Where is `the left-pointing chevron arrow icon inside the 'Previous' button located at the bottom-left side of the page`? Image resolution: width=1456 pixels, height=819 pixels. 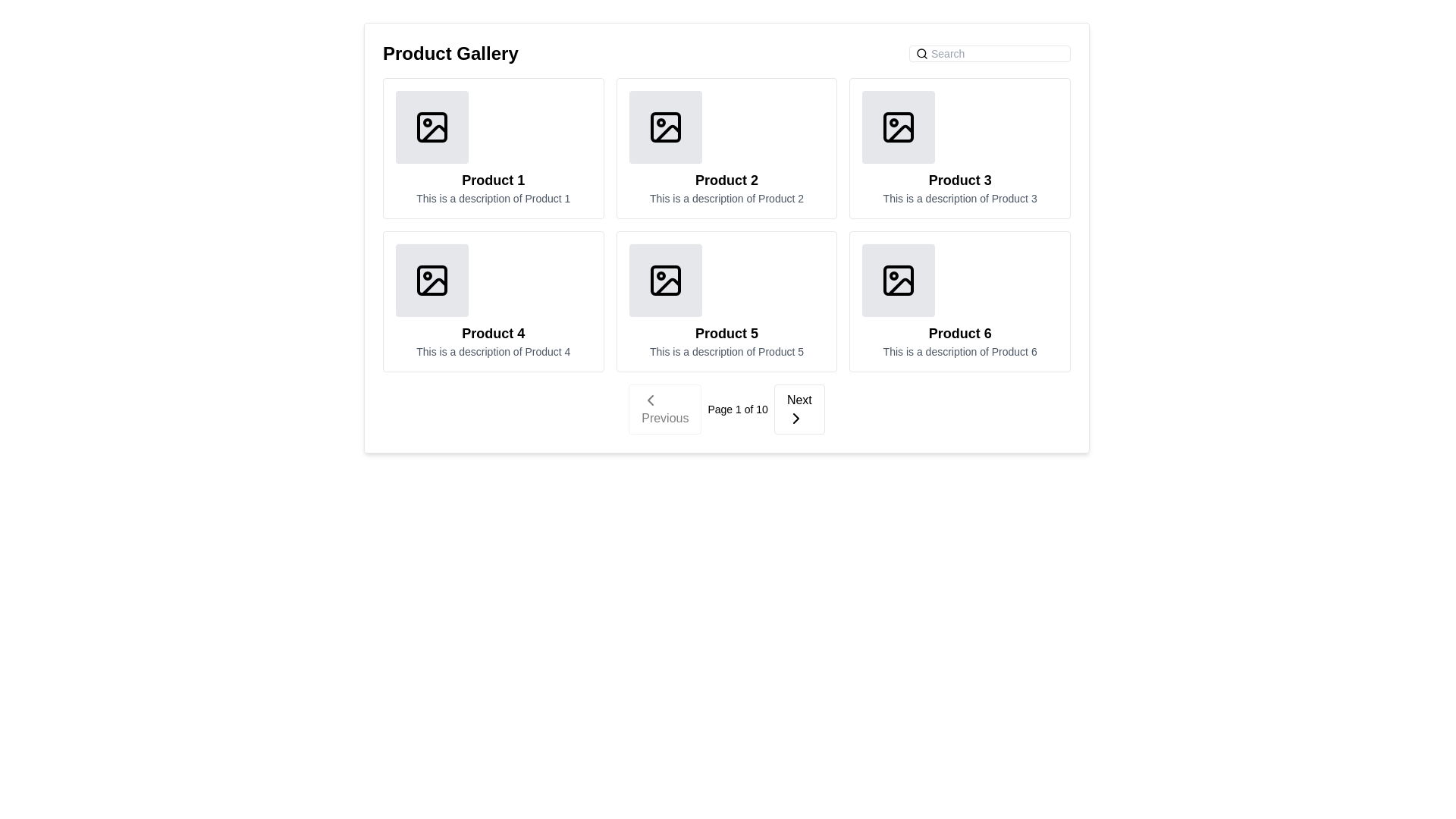 the left-pointing chevron arrow icon inside the 'Previous' button located at the bottom-left side of the page is located at coordinates (651, 400).